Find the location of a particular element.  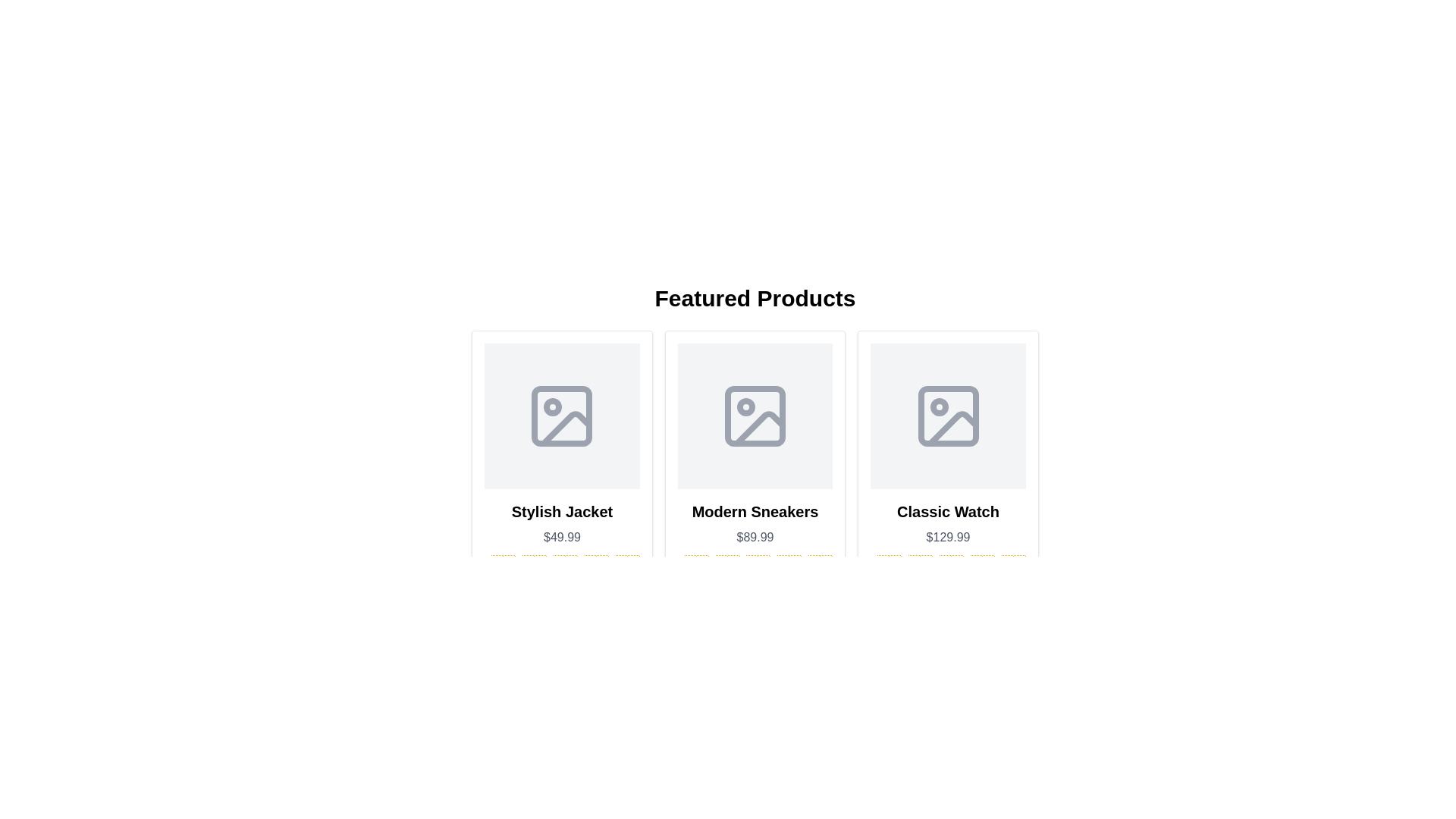

the Icon placeholder for an image element located within the first product card under the 'Featured Products' banner, representing the 'Stylish Jacket' product is located at coordinates (561, 416).